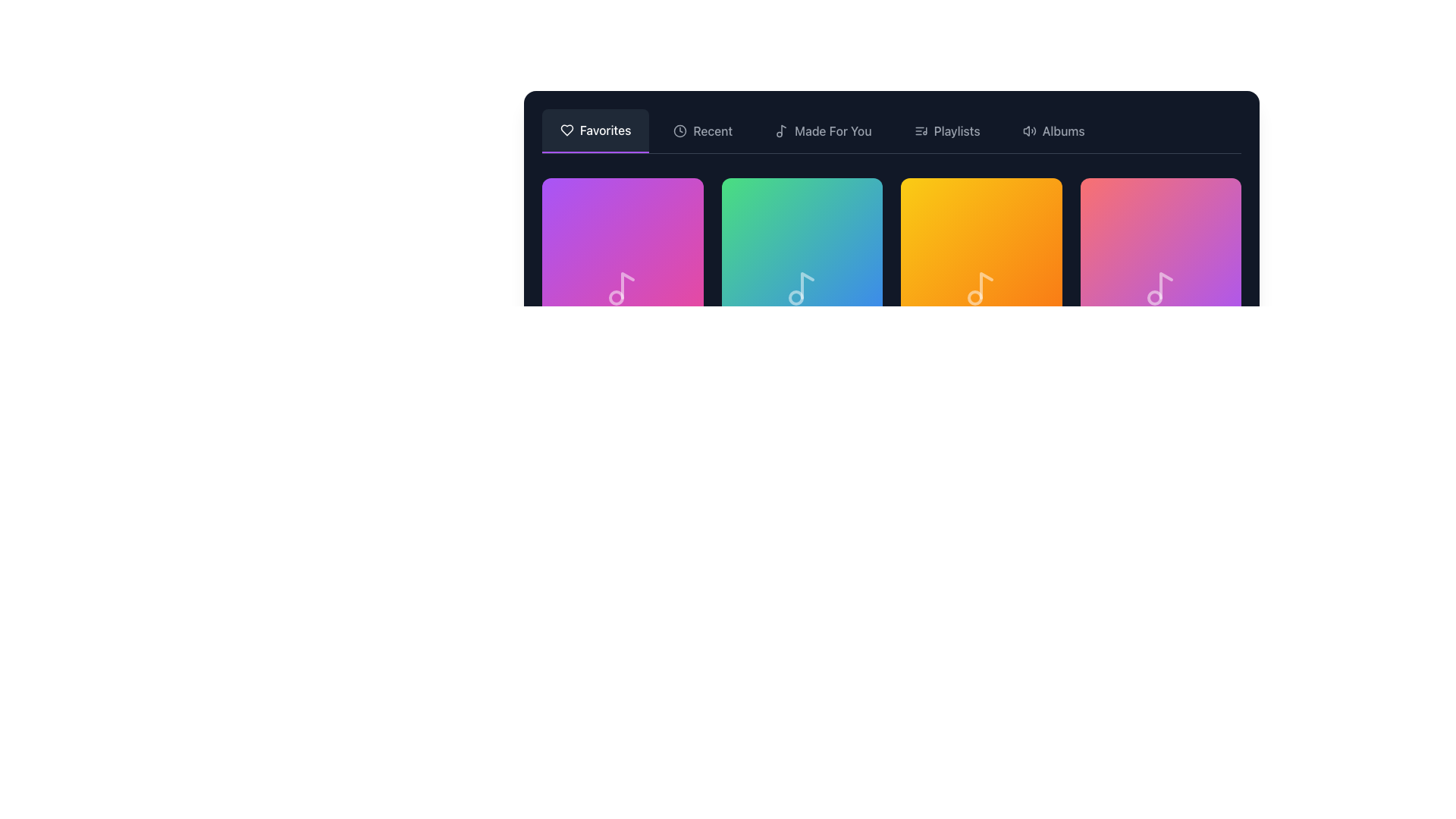 This screenshot has height=819, width=1456. I want to click on the graphical circle element in the SVG format, which represents a filled circle with a radius of 4 units, located in the lower-left corner of the music icon, so click(795, 298).